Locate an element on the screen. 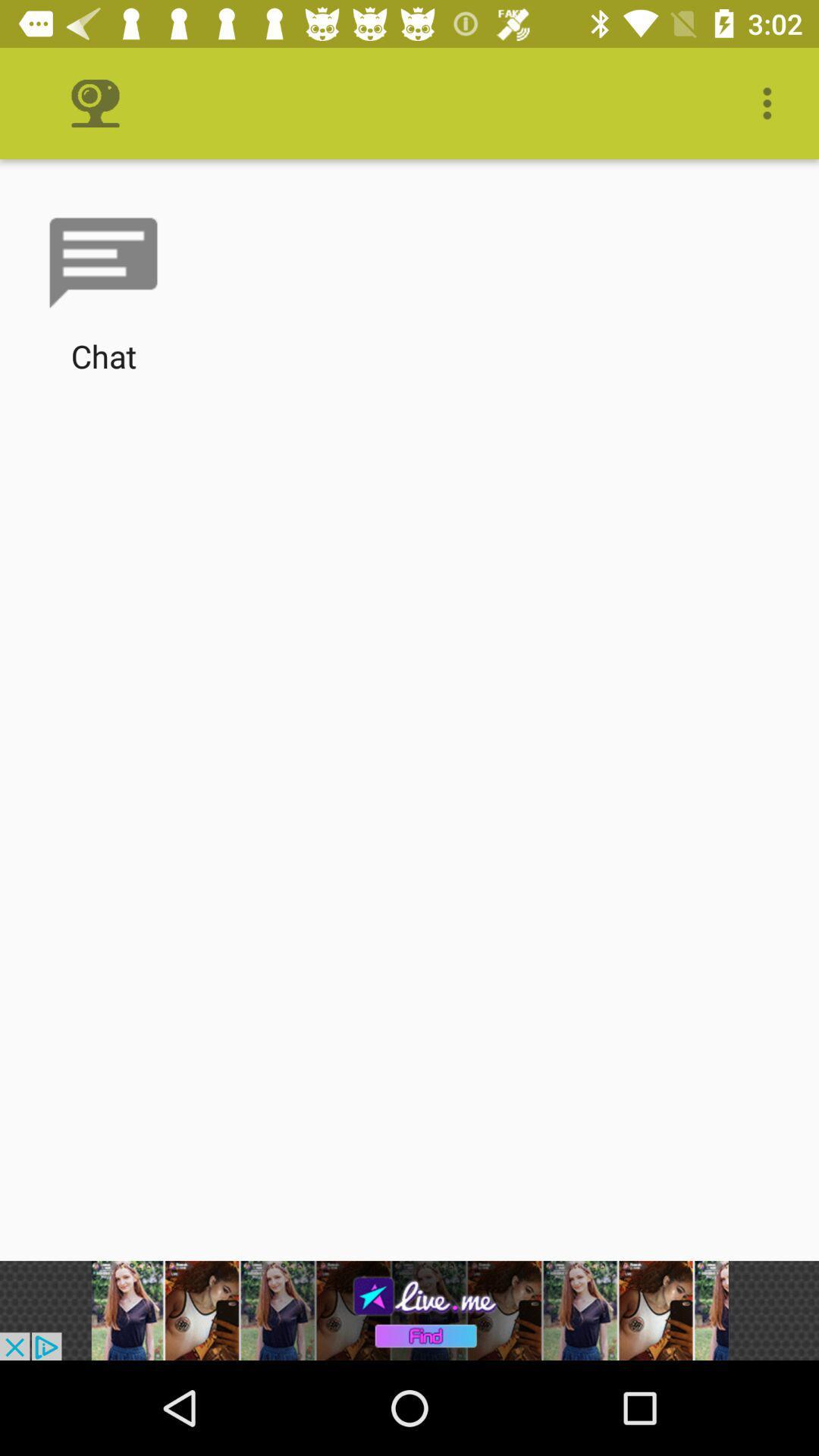 The width and height of the screenshot is (819, 1456). advertisement is located at coordinates (409, 1310).